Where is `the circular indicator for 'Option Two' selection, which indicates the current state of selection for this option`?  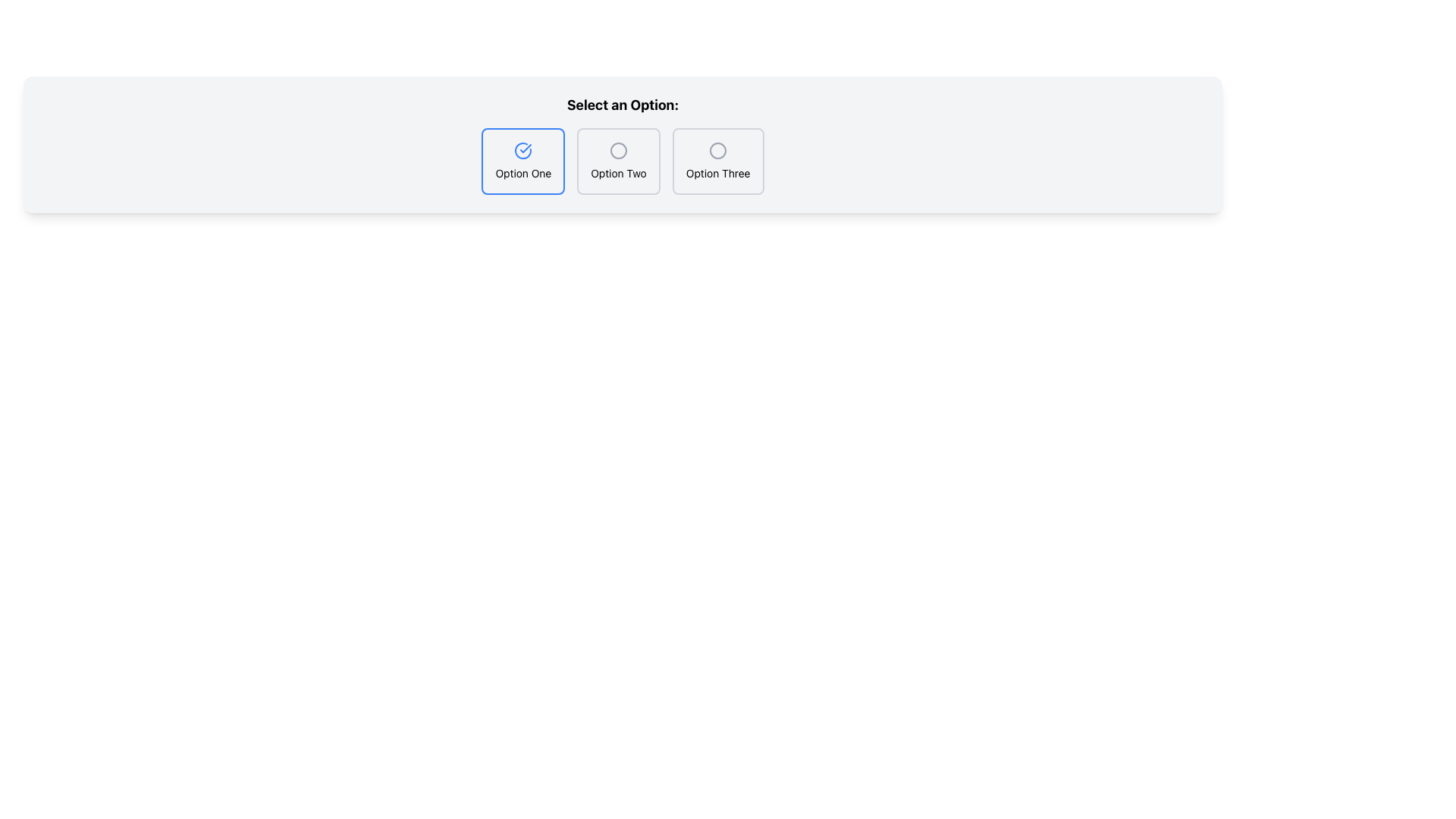 the circular indicator for 'Option Two' selection, which indicates the current state of selection for this option is located at coordinates (619, 151).